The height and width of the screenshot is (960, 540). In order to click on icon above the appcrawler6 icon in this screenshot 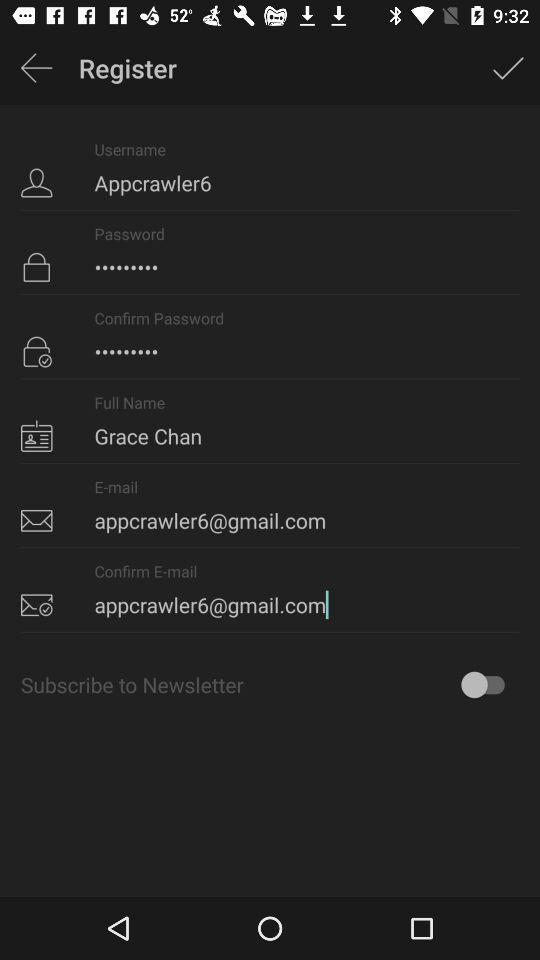, I will do `click(508, 68)`.